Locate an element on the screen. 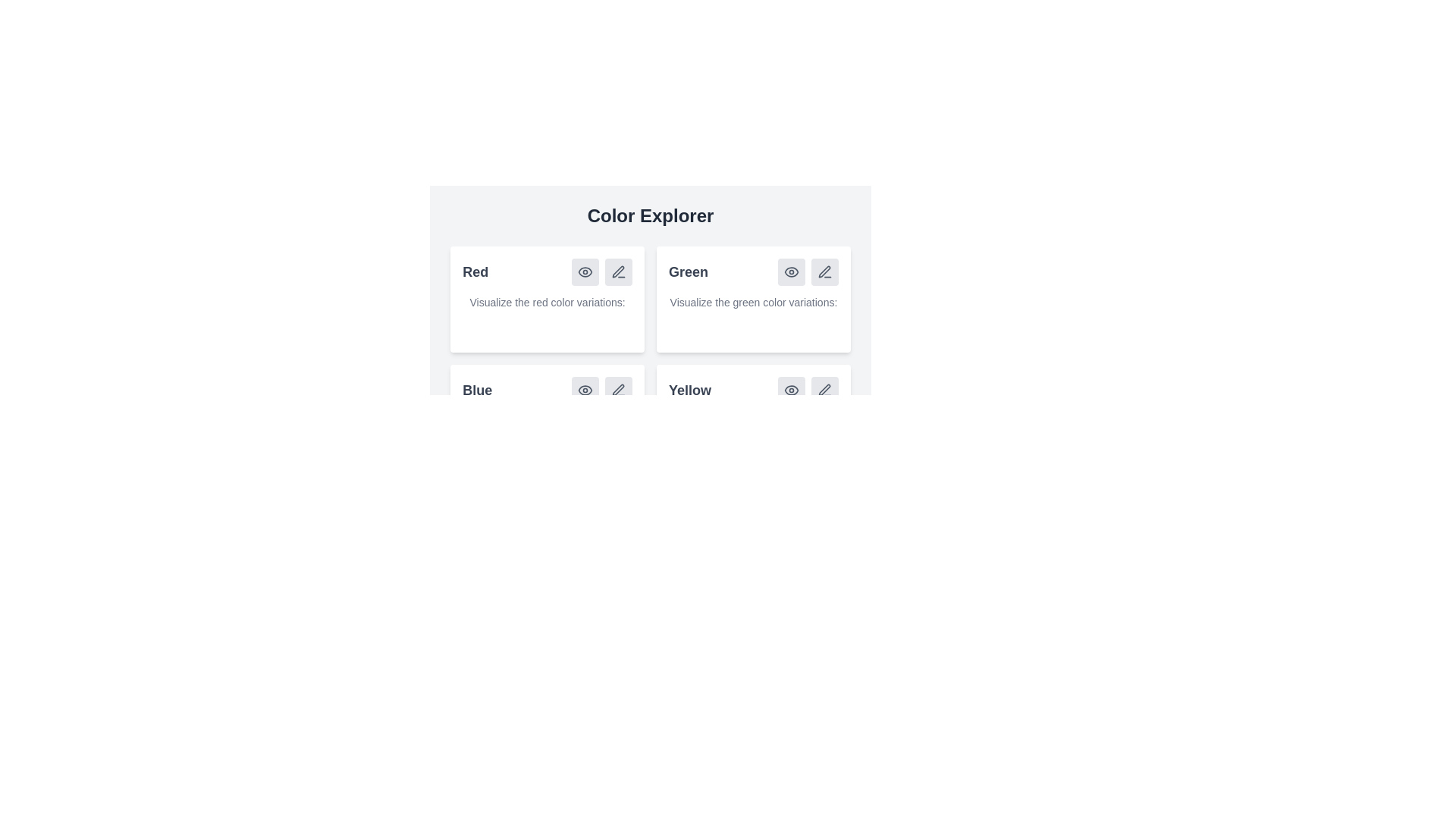 This screenshot has height=819, width=1456. the interactive button group located in the upper-right region of the 'Red' card is located at coordinates (601, 271).